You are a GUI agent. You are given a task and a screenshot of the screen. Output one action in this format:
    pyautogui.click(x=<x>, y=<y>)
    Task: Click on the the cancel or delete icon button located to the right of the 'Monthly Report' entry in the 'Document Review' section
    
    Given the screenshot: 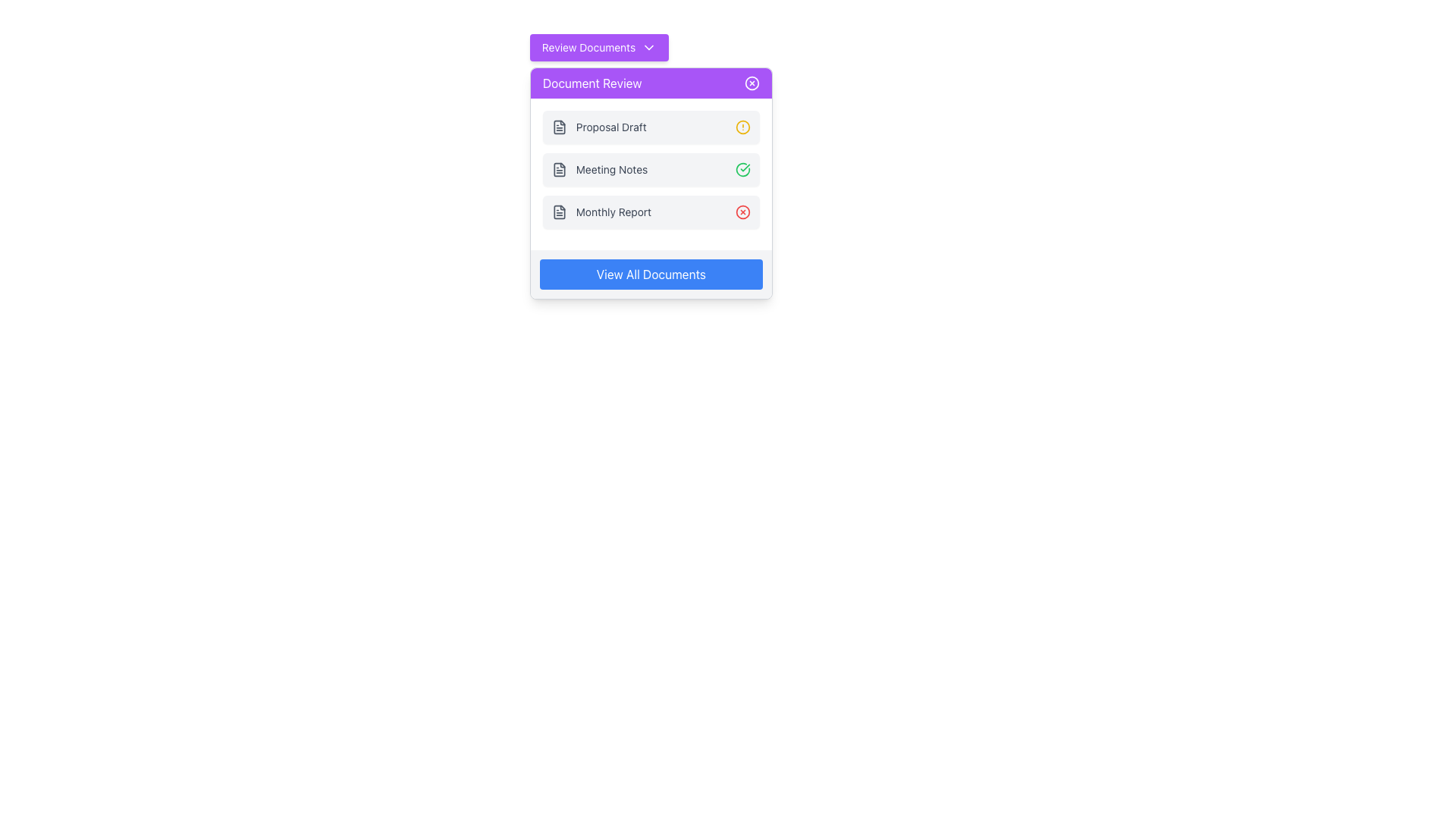 What is the action you would take?
    pyautogui.click(x=742, y=212)
    